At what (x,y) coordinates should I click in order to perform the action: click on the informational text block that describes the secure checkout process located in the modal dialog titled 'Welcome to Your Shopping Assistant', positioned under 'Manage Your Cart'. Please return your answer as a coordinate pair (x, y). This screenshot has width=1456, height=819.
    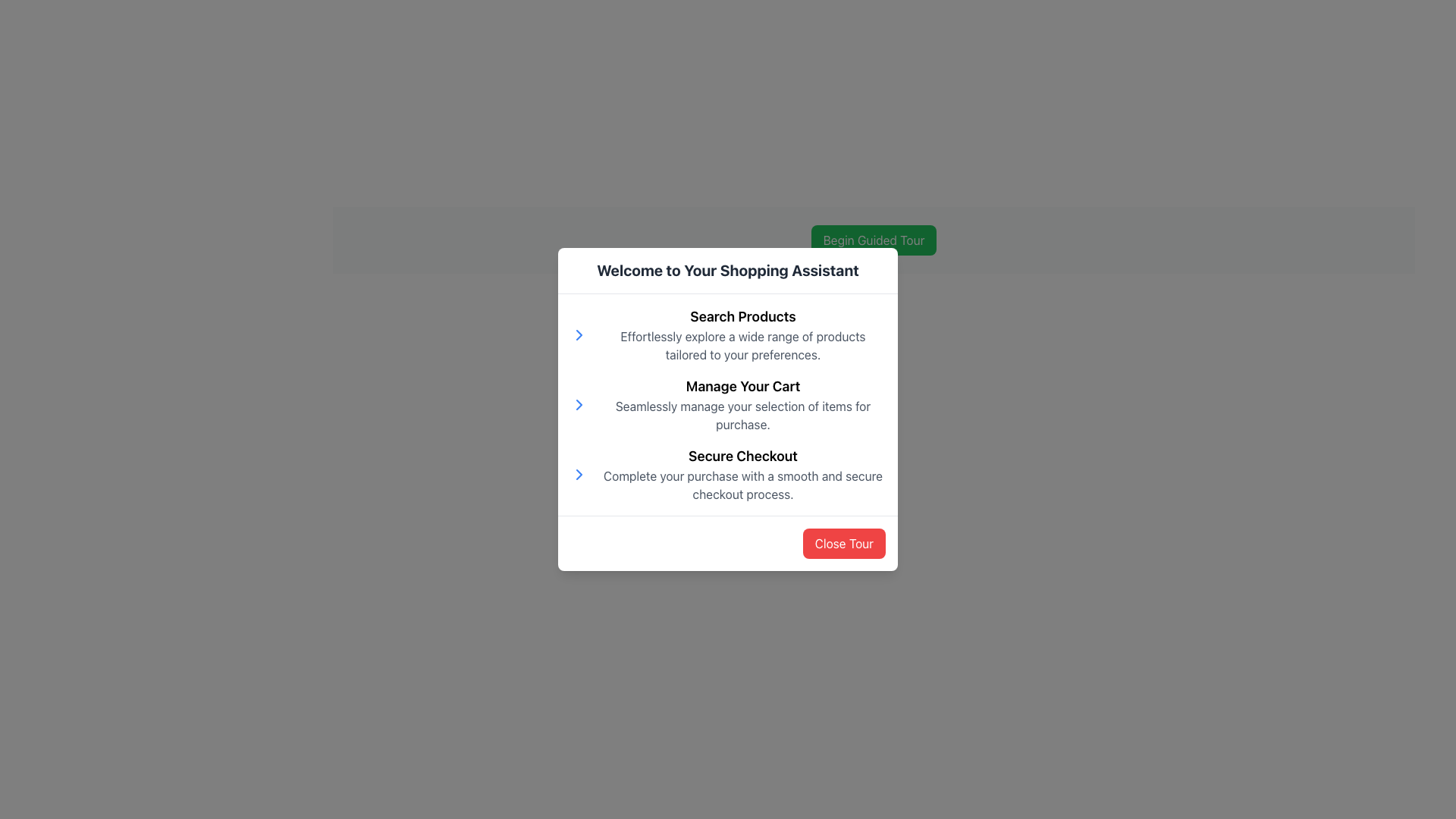
    Looking at the image, I should click on (742, 473).